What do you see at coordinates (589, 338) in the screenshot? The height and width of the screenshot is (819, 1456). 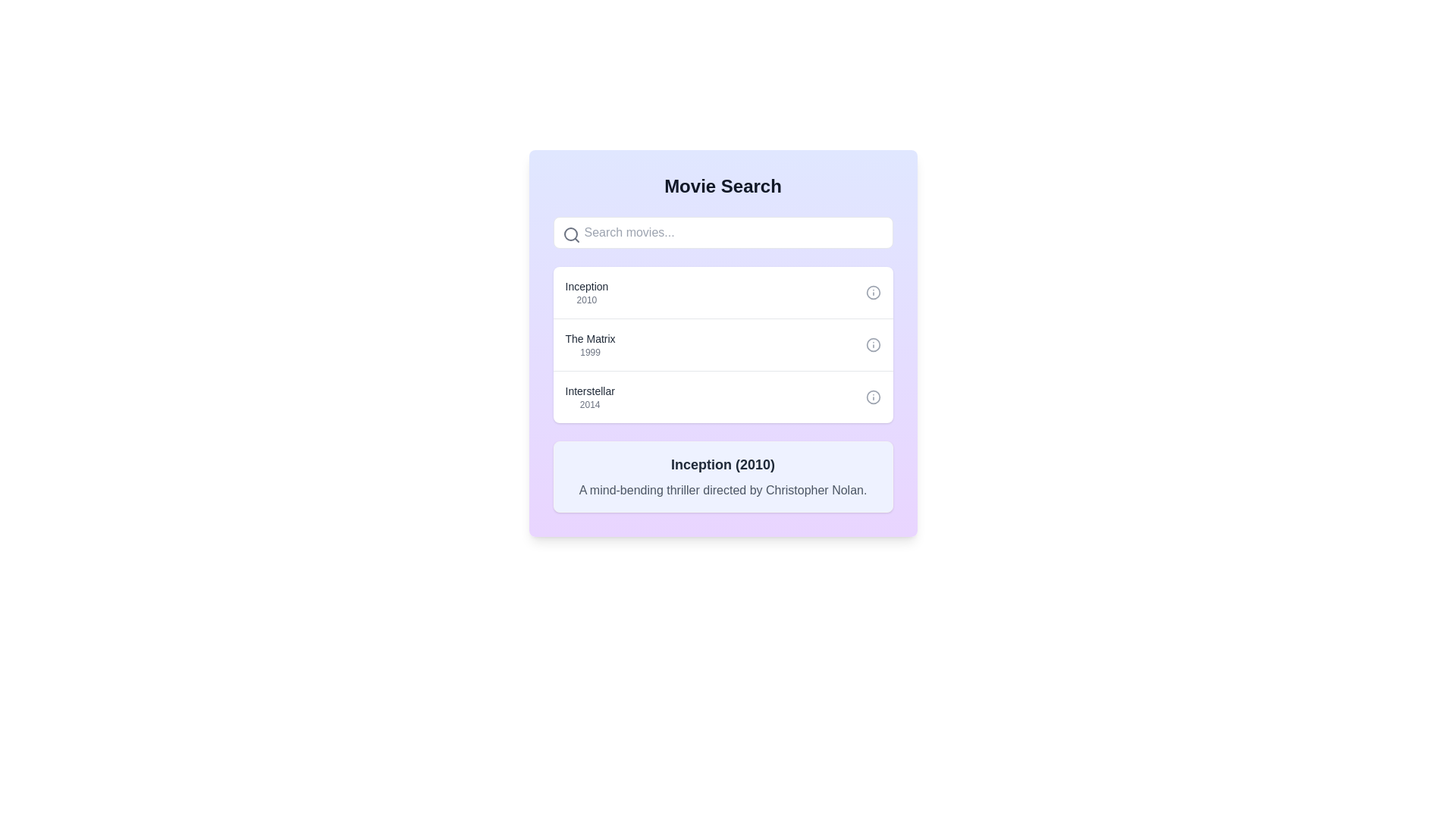 I see `the movie title text label, which is centrally located within the movie list card, displaying the title of the second movie entry` at bounding box center [589, 338].